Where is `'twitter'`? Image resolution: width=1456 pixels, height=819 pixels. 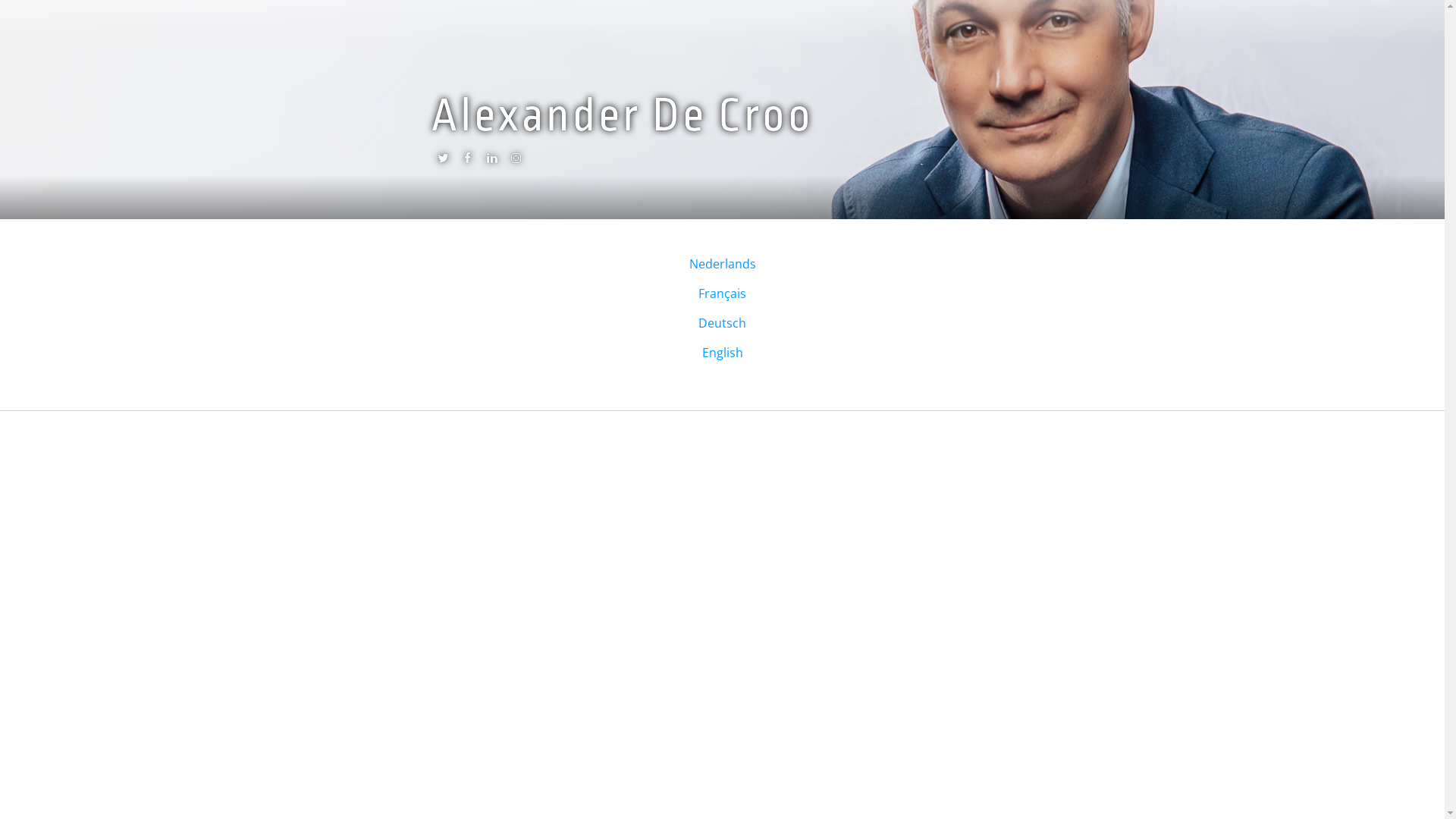 'twitter' is located at coordinates (442, 161).